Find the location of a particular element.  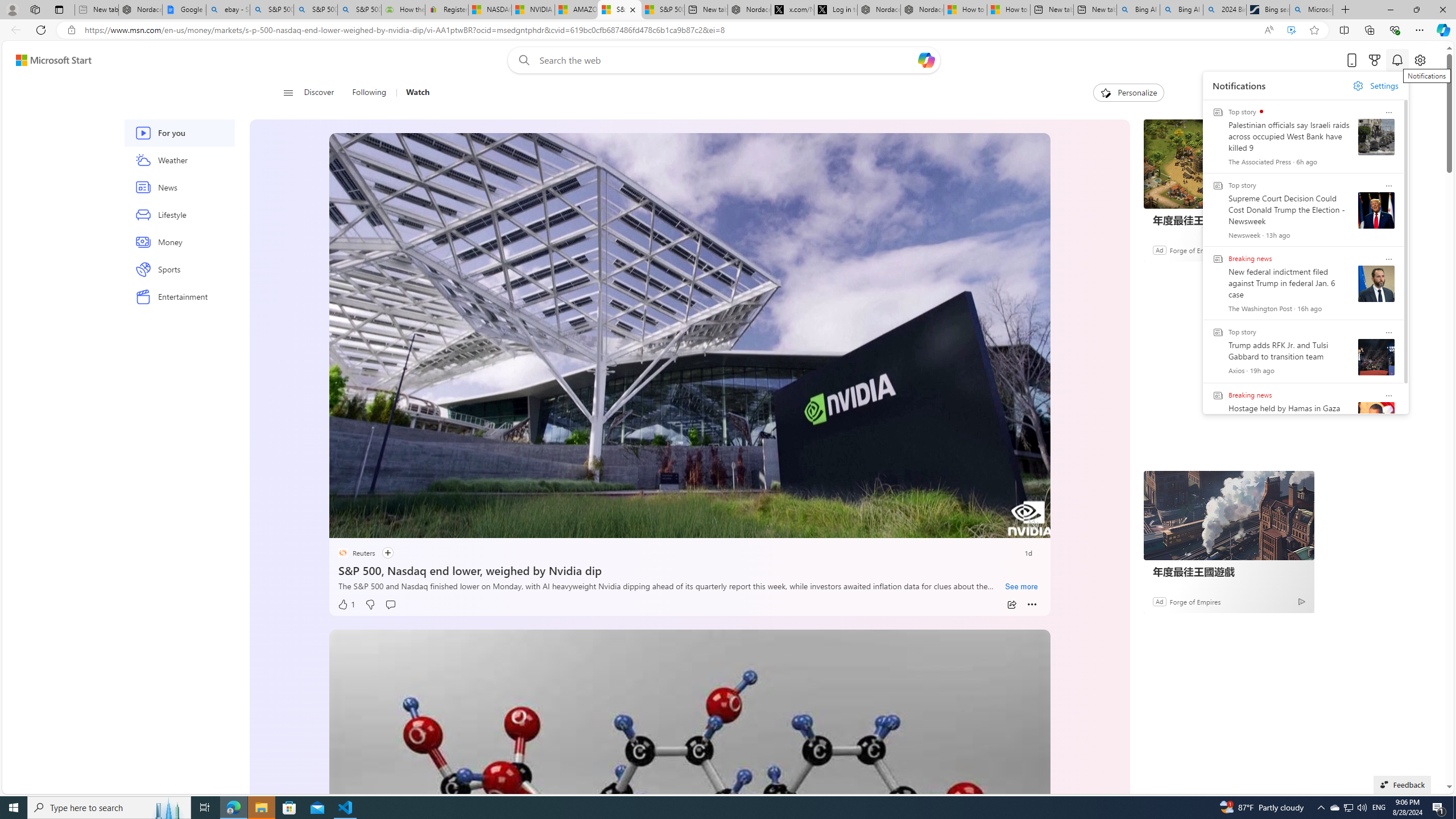

'Bing AI - Search' is located at coordinates (1181, 9).